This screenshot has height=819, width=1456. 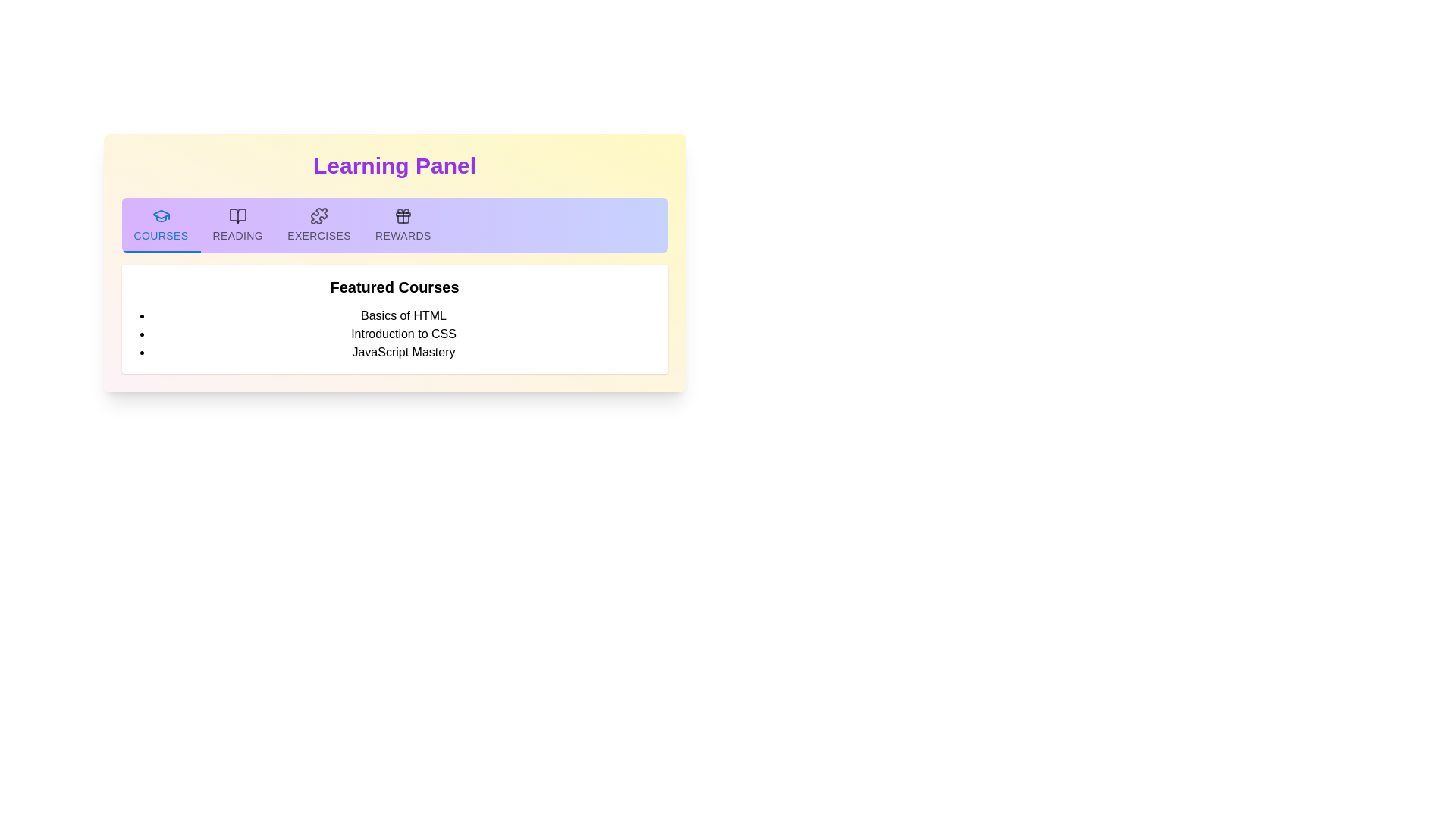 I want to click on the 'Featured Courses' section which contains a title and a bulleted list of courses, positioned below the tab navigation options in the Learning Panel interface, so click(x=394, y=318).